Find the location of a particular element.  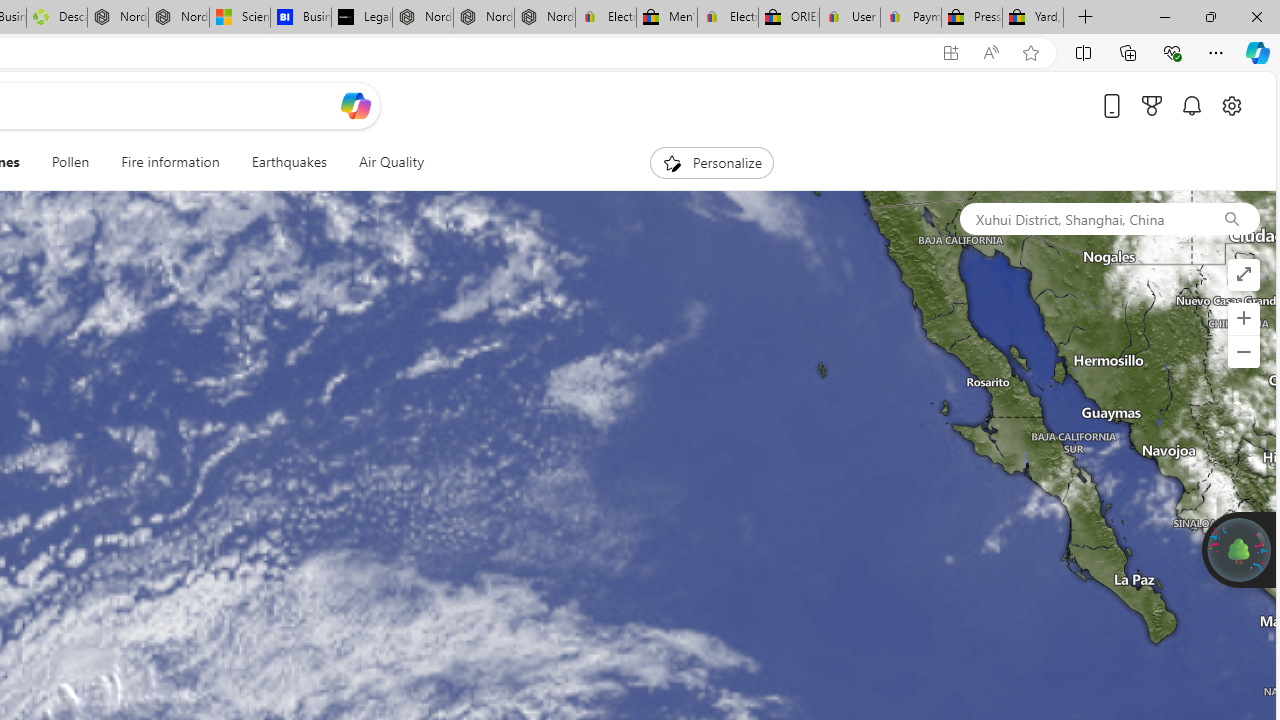

'Earthquakes' is located at coordinates (287, 162).